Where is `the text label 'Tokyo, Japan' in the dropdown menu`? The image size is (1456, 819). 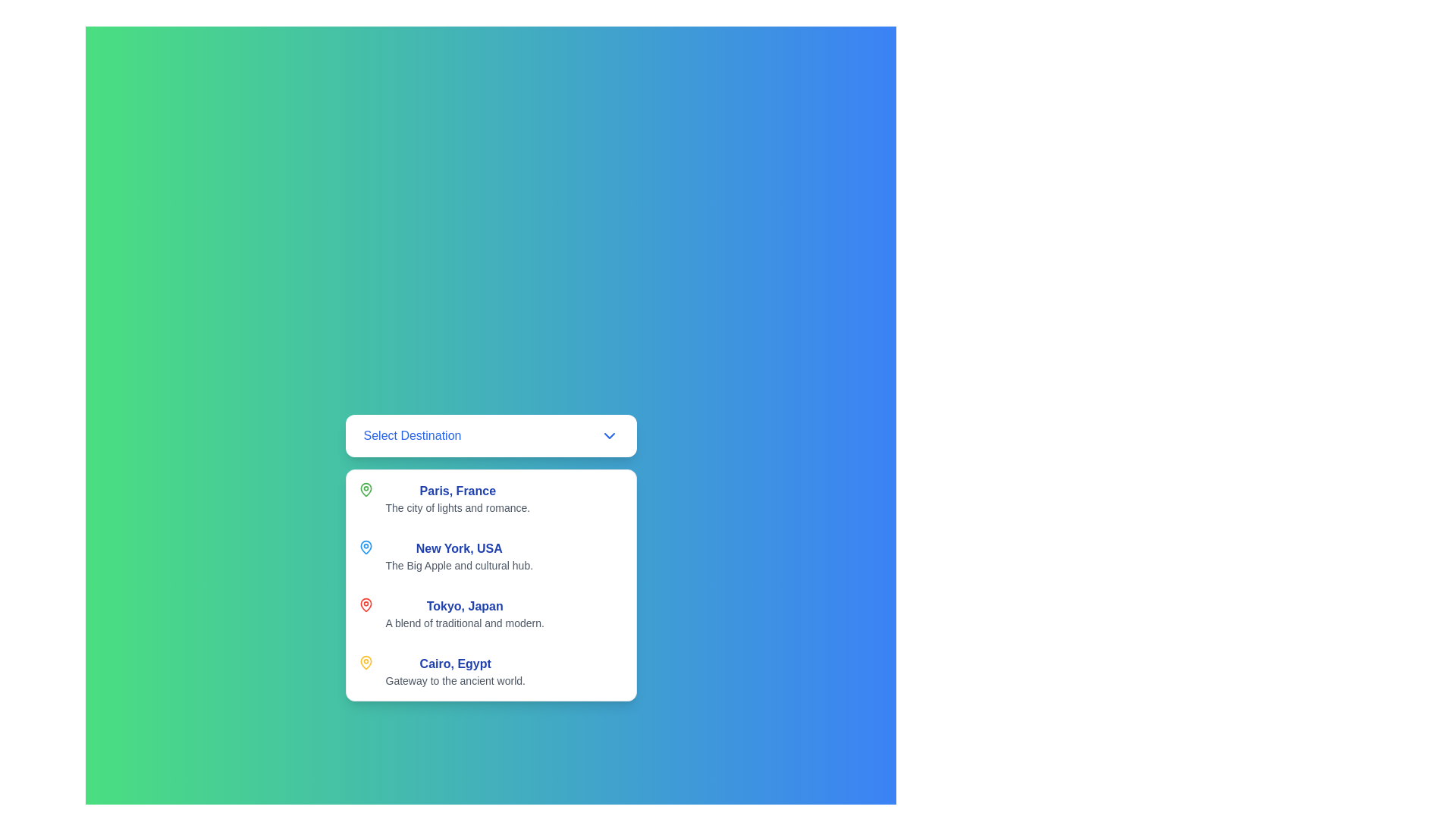
the text label 'Tokyo, Japan' in the dropdown menu is located at coordinates (464, 605).